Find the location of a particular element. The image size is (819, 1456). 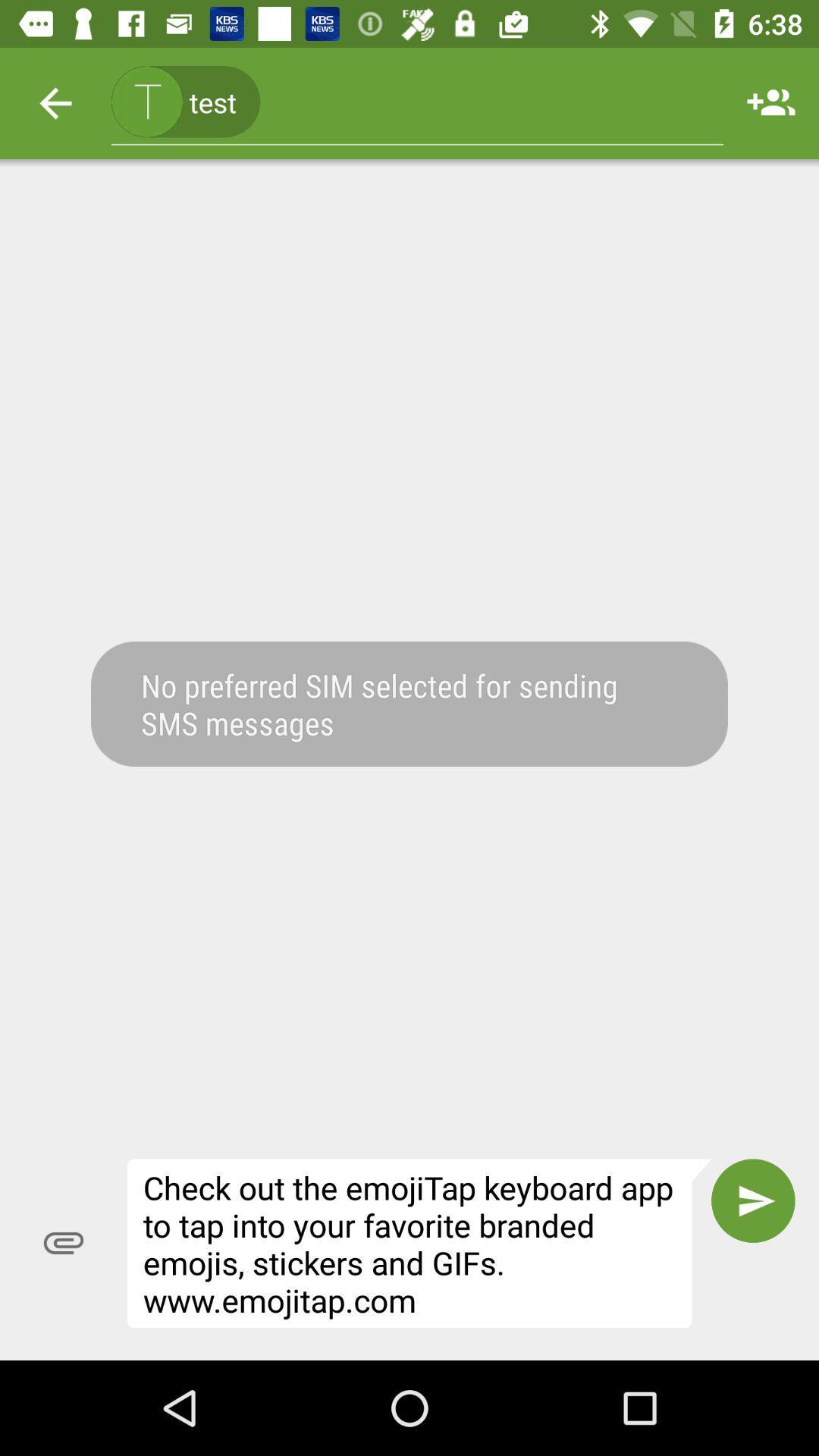

the icon next to check out the icon is located at coordinates (63, 1243).